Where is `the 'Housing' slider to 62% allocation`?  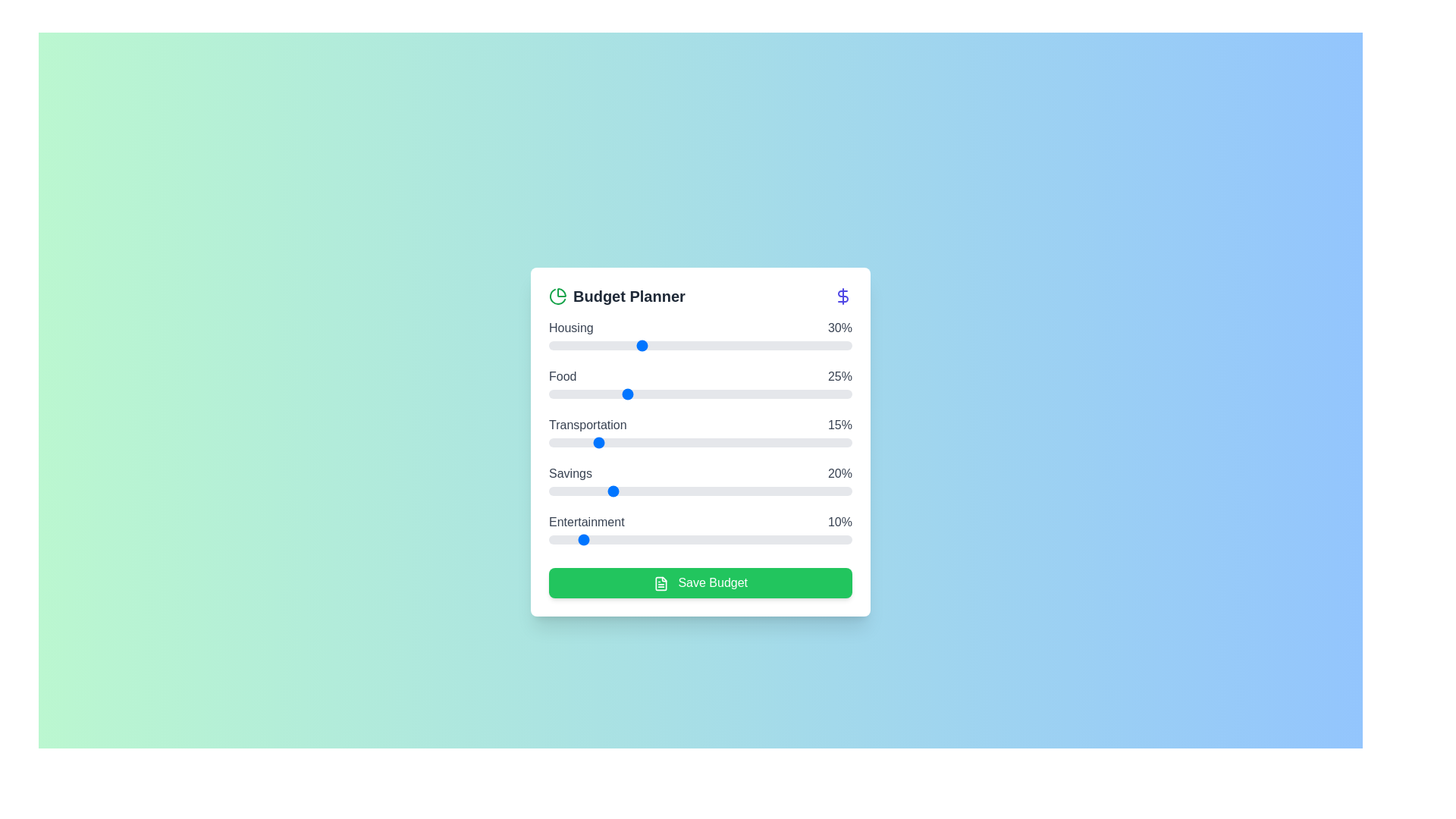 the 'Housing' slider to 62% allocation is located at coordinates (736, 345).